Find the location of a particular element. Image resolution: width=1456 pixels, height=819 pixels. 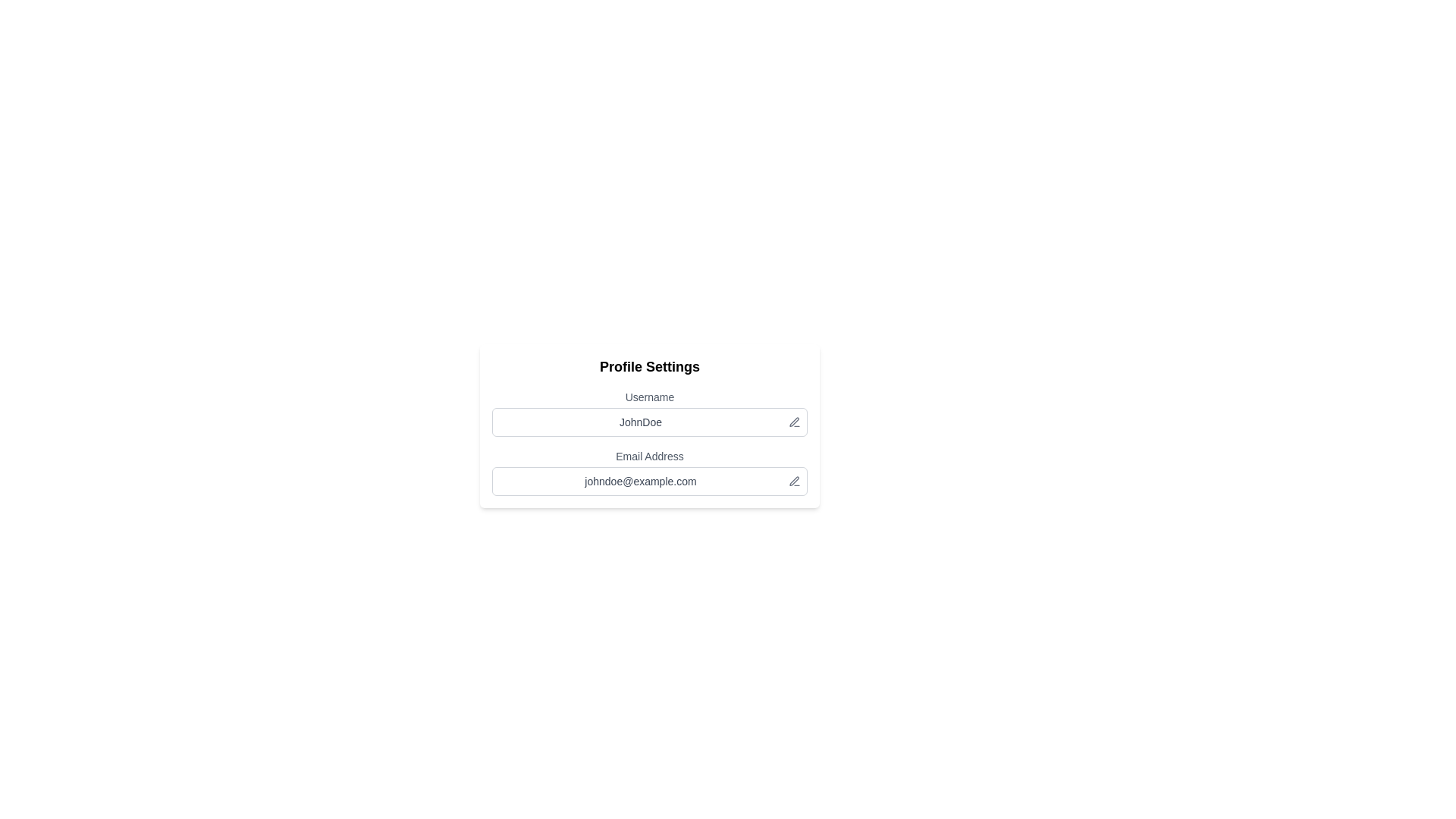

the static text element that displays the current username, located within the profile settings section, positioned between the 'Username' label and the 'Email Address' field is located at coordinates (640, 422).